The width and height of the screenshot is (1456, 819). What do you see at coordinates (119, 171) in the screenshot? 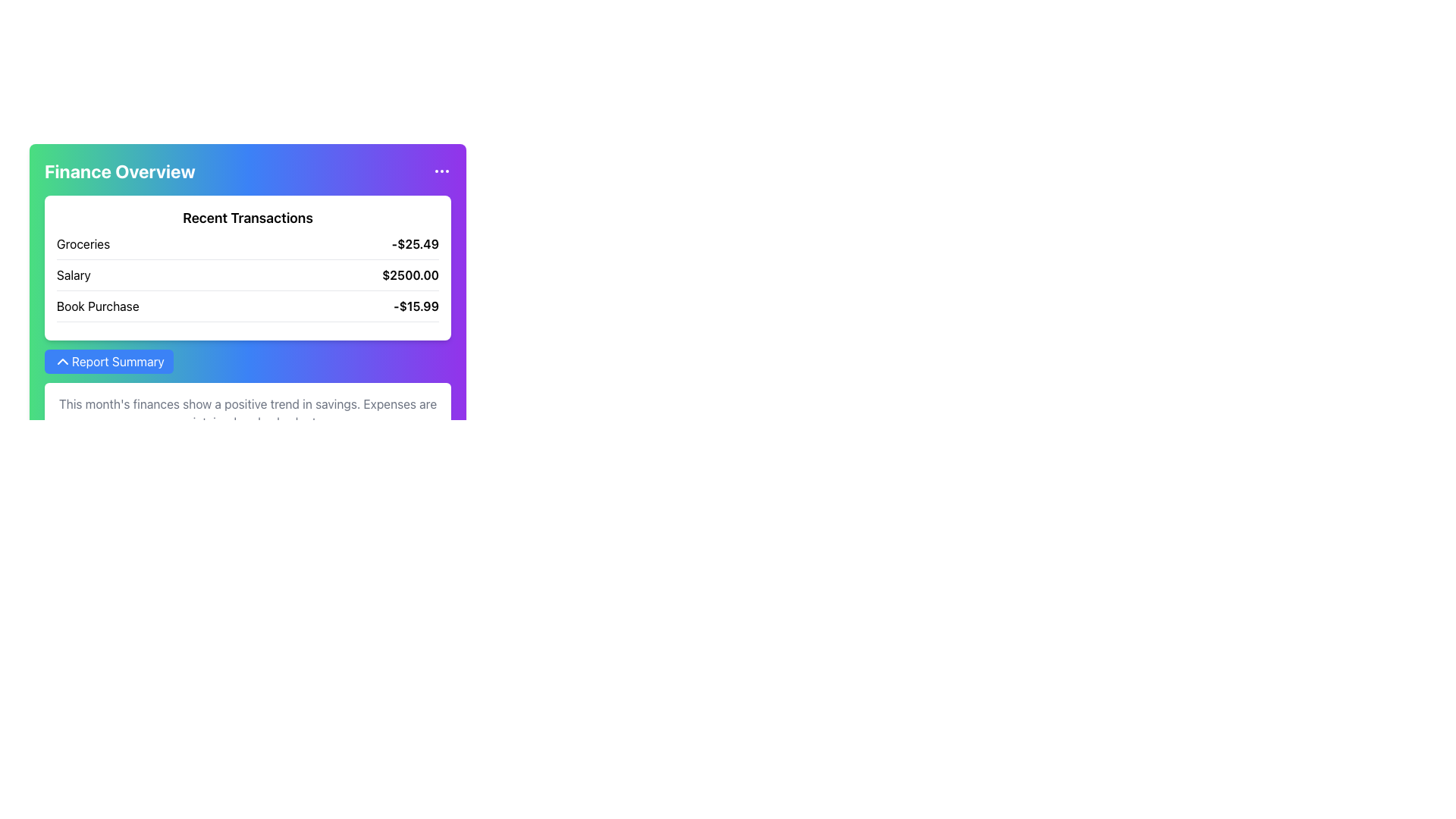
I see `the text label that serves as a header for the financial information section, located at the top-left corner of a purple gradient section` at bounding box center [119, 171].